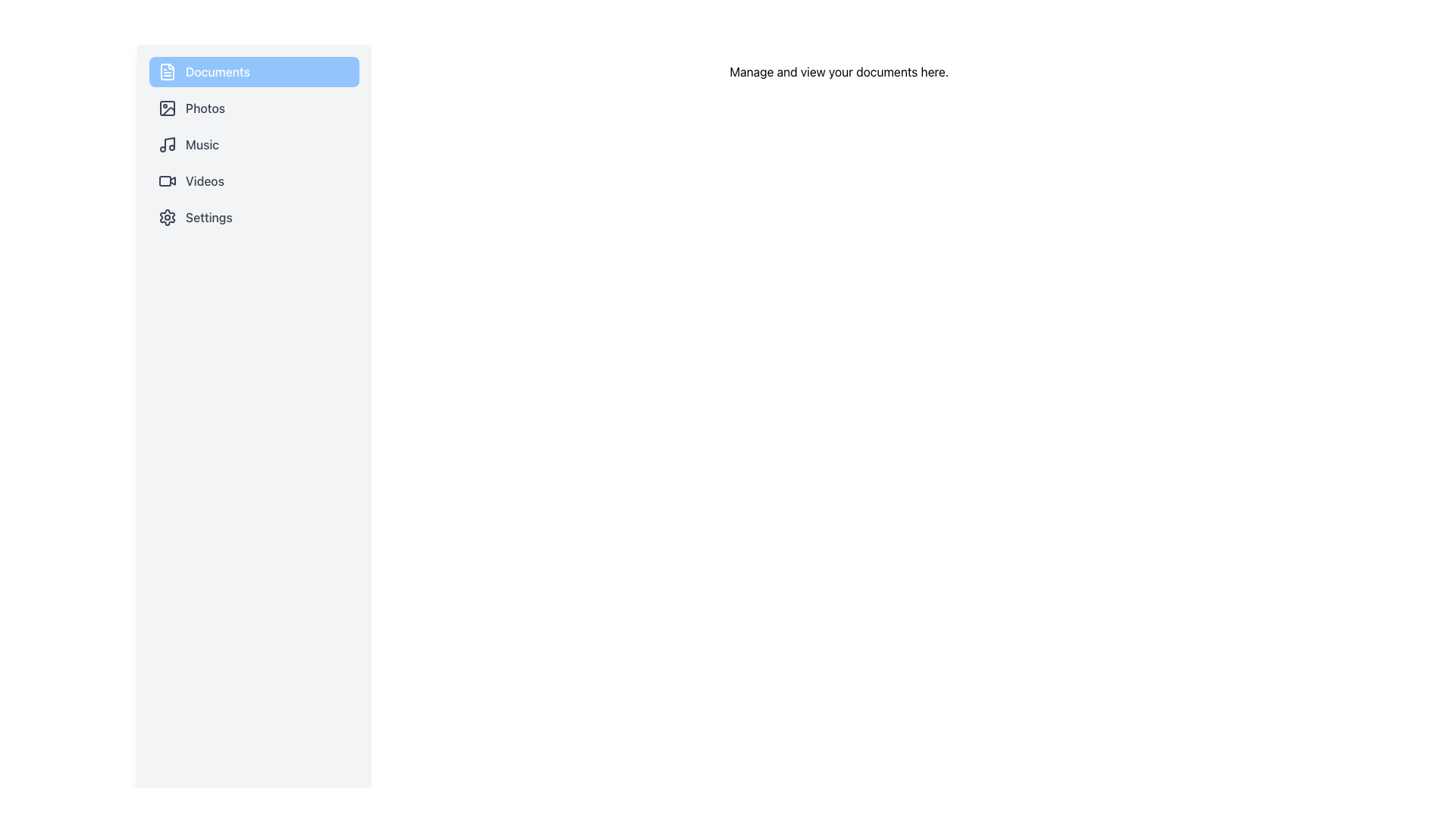 This screenshot has width=1456, height=819. I want to click on the fifth item in the vertical menu list, located below 'Videos', so click(254, 217).